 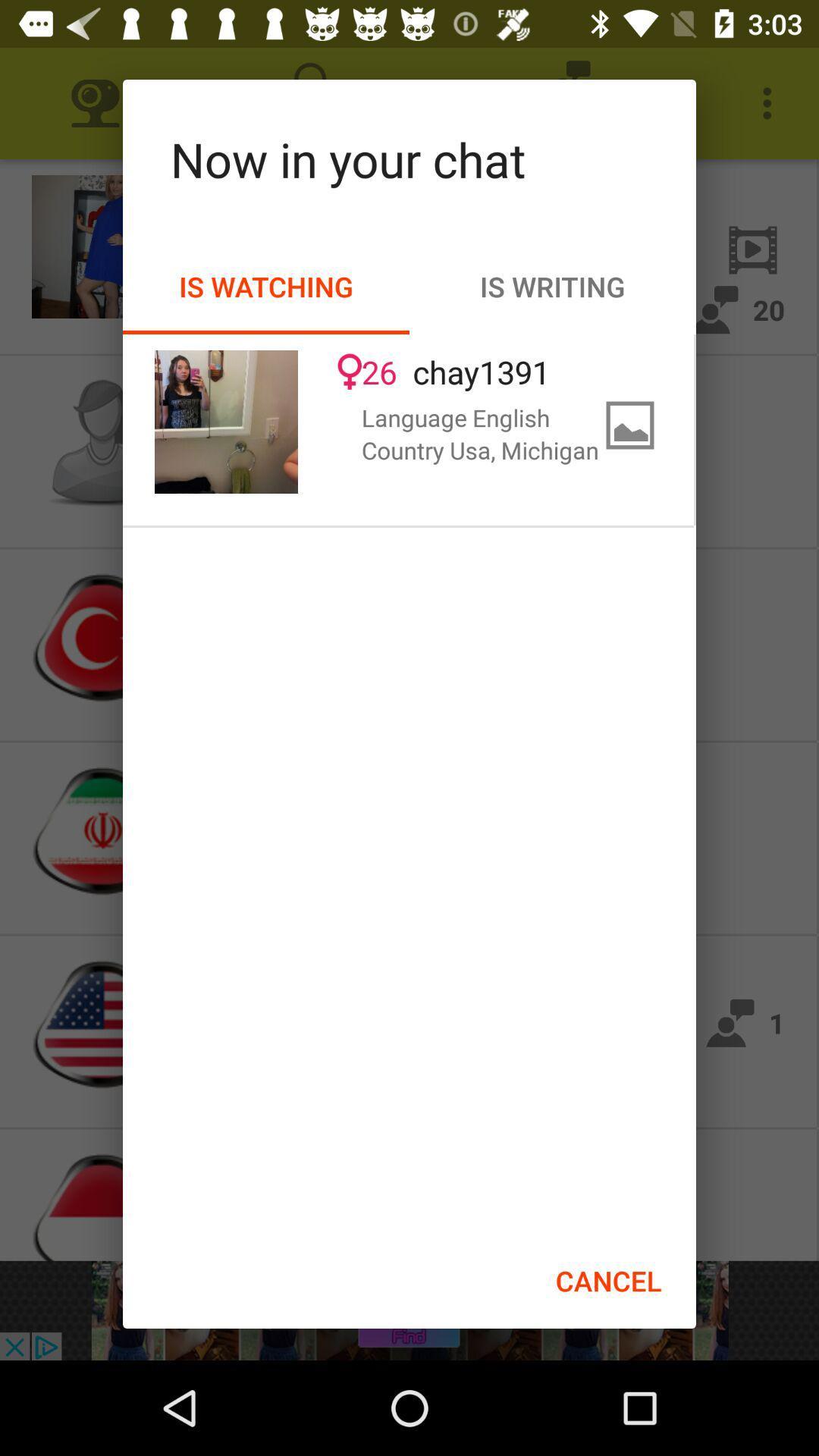 What do you see at coordinates (607, 1280) in the screenshot?
I see `the item below the country usa, michigan icon` at bounding box center [607, 1280].